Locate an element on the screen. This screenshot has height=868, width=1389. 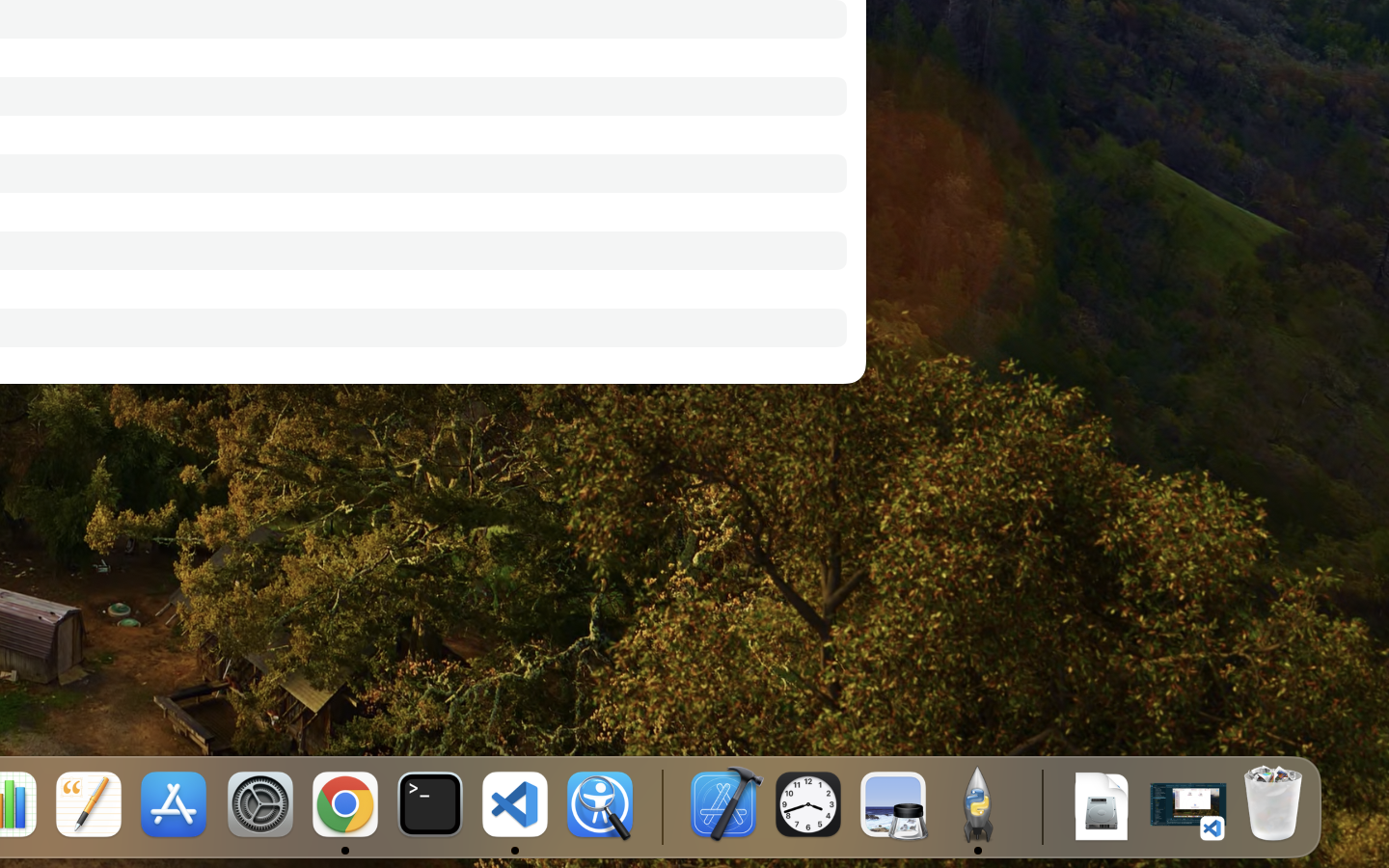
'0.4285714328289032' is located at coordinates (661, 805).